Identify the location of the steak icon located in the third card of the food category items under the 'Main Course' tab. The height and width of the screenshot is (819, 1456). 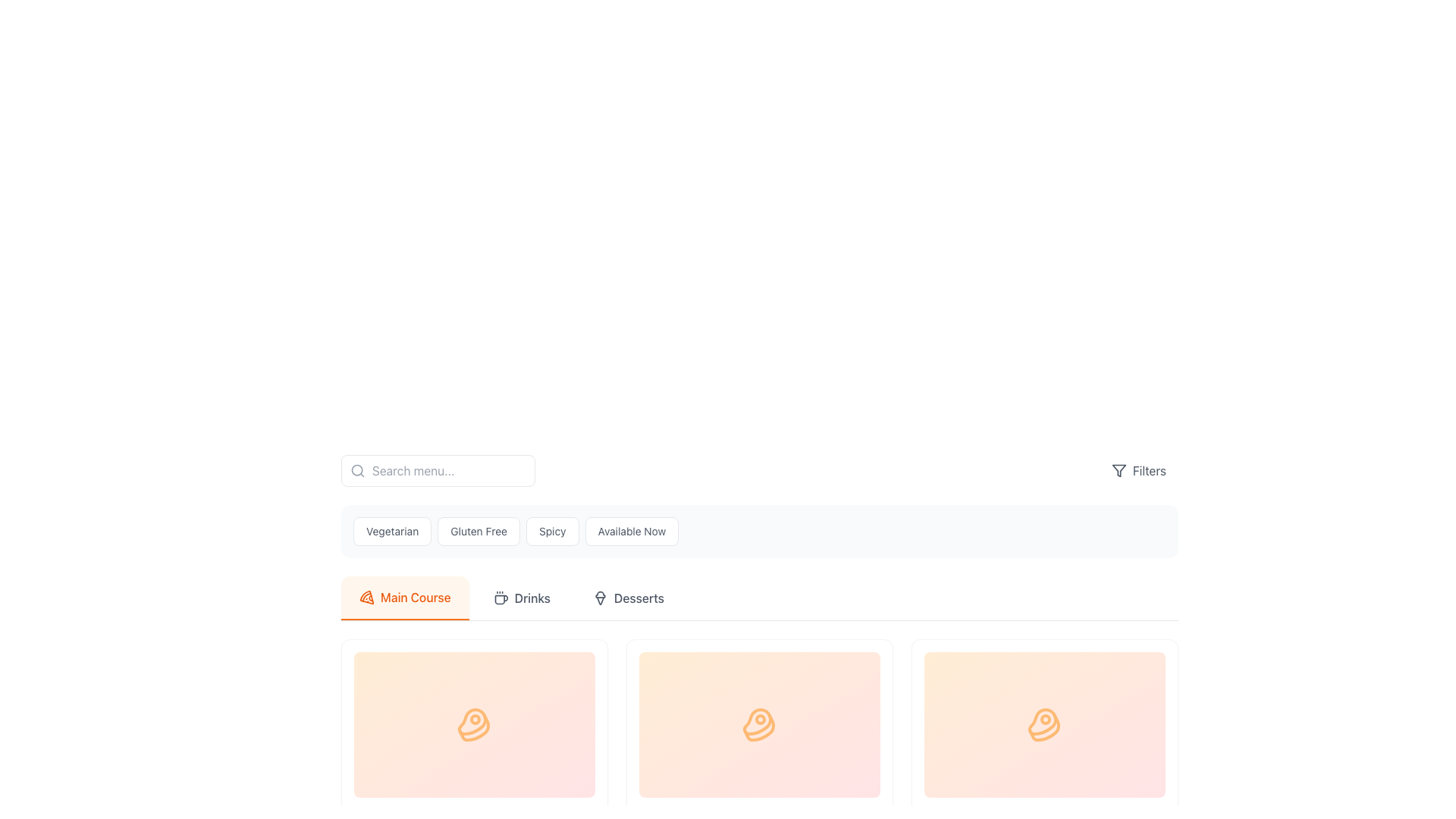
(1043, 724).